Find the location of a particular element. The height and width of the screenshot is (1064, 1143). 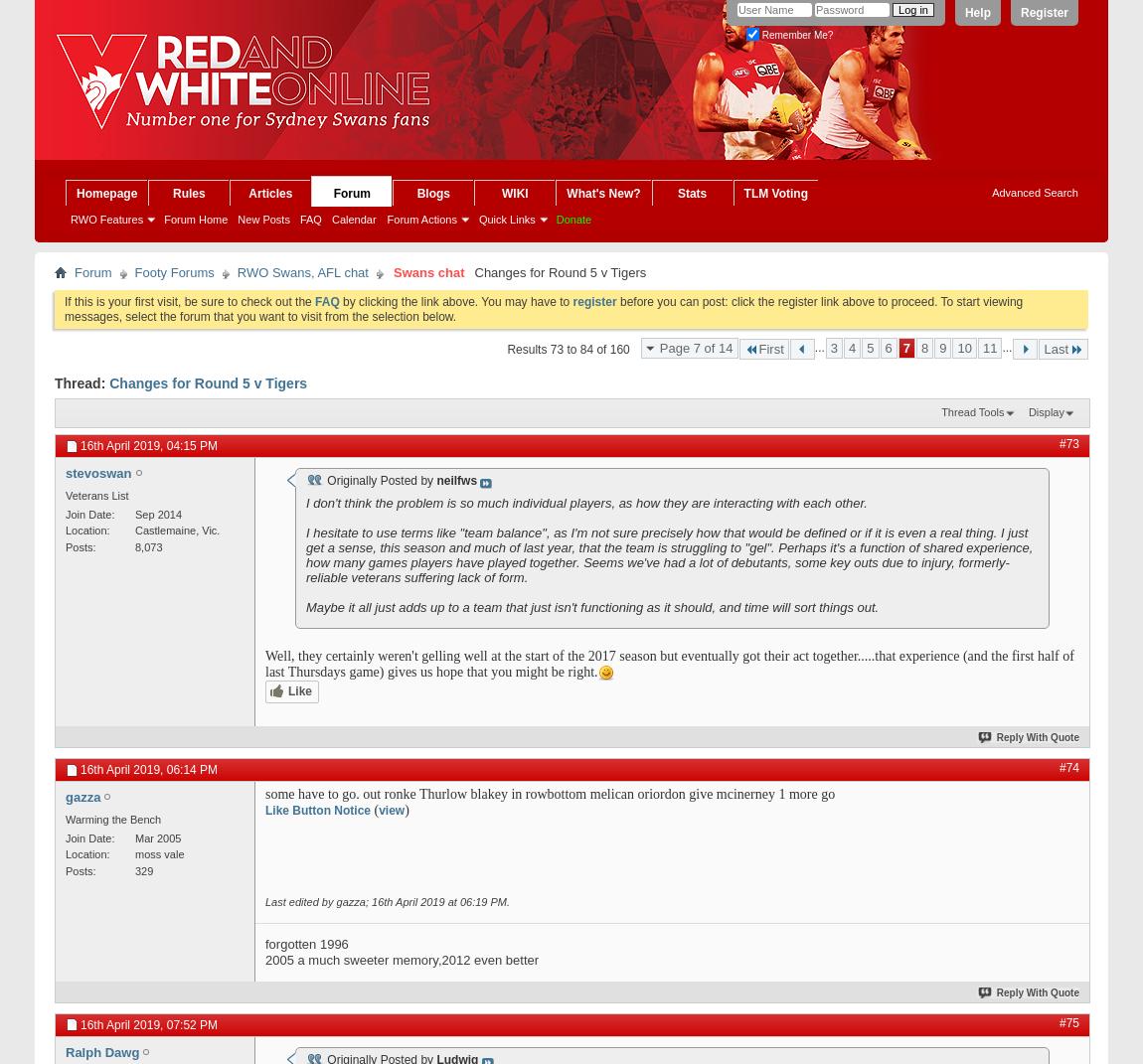

'Footy Forums' is located at coordinates (133, 272).